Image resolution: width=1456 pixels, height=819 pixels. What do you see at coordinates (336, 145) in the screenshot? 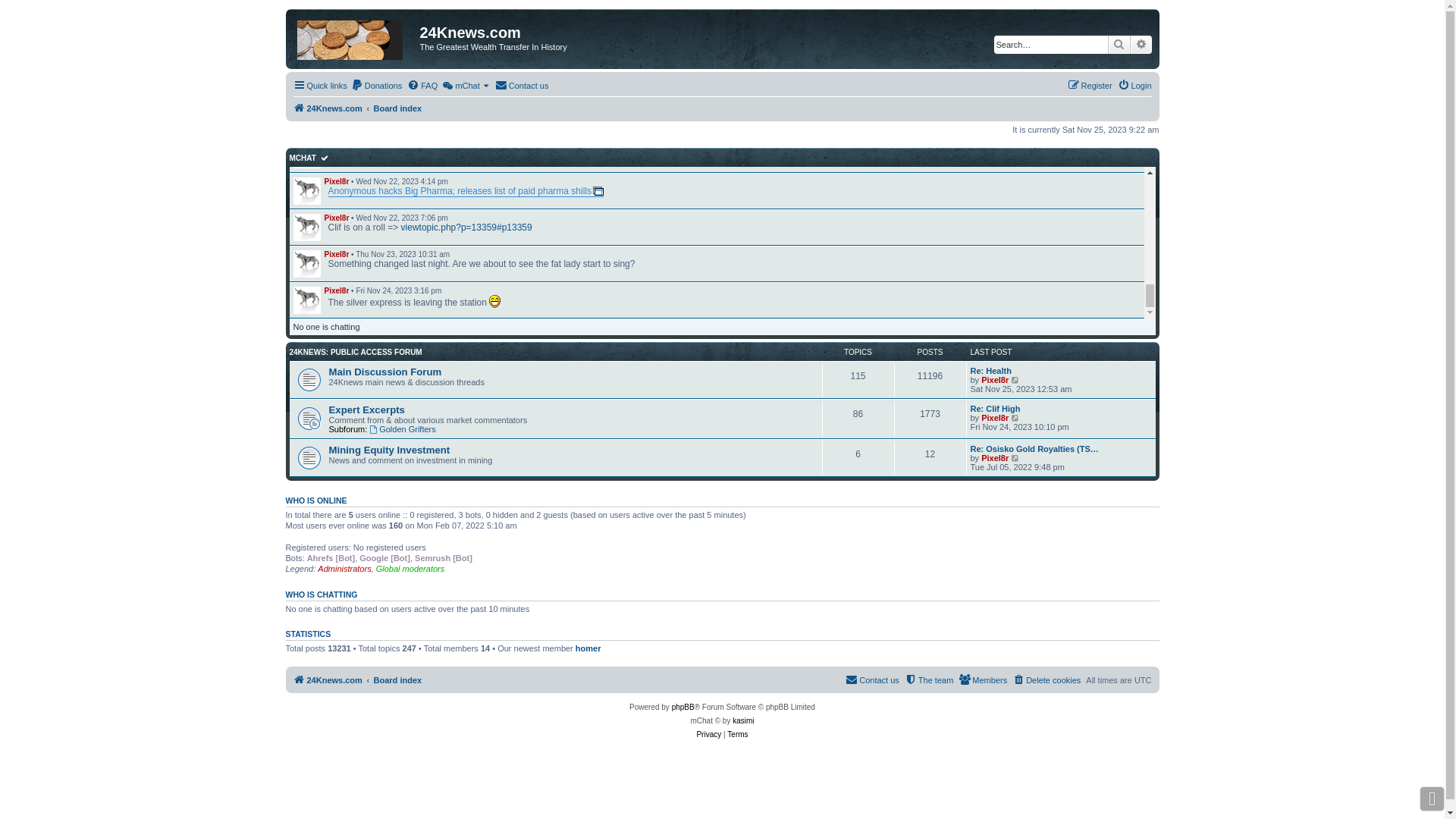
I see `'Pixel8r'` at bounding box center [336, 145].